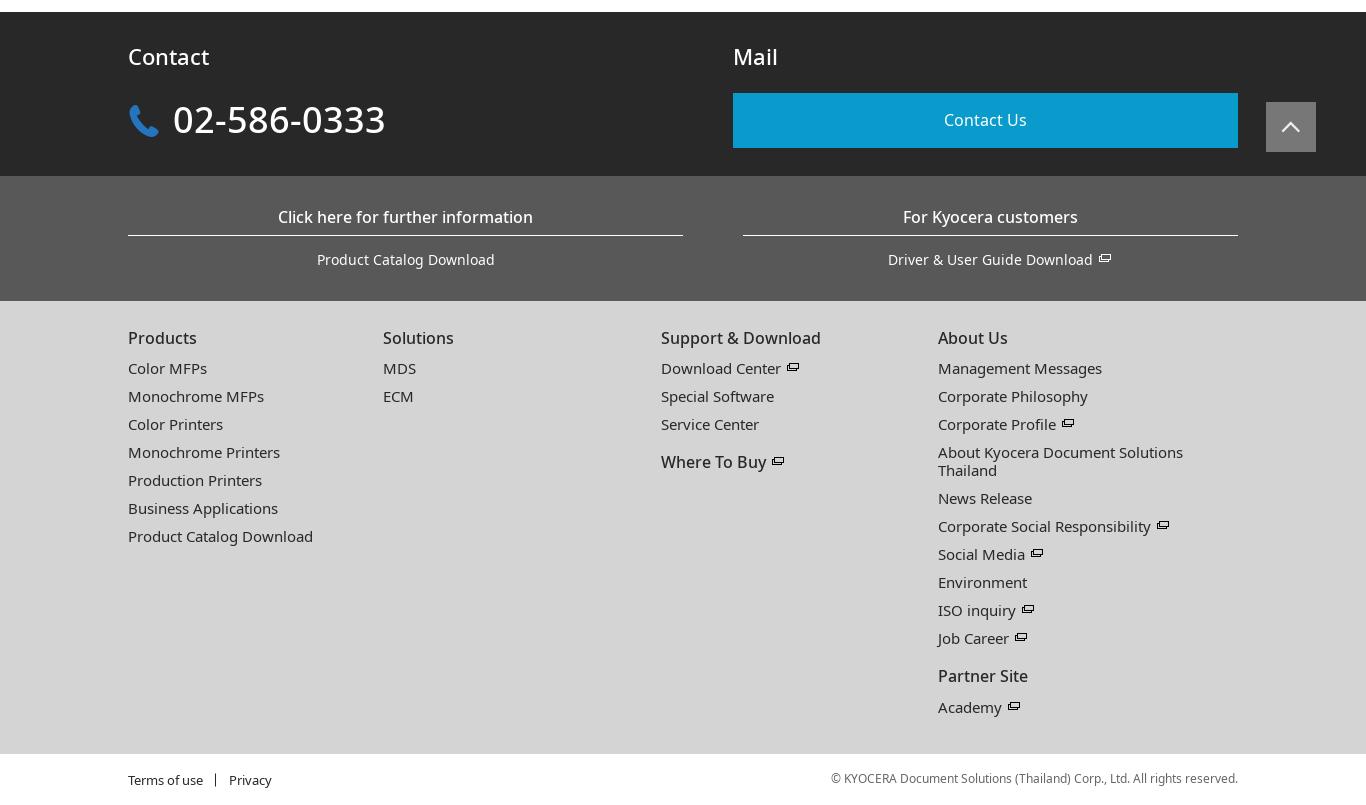  What do you see at coordinates (973, 337) in the screenshot?
I see `'About Us'` at bounding box center [973, 337].